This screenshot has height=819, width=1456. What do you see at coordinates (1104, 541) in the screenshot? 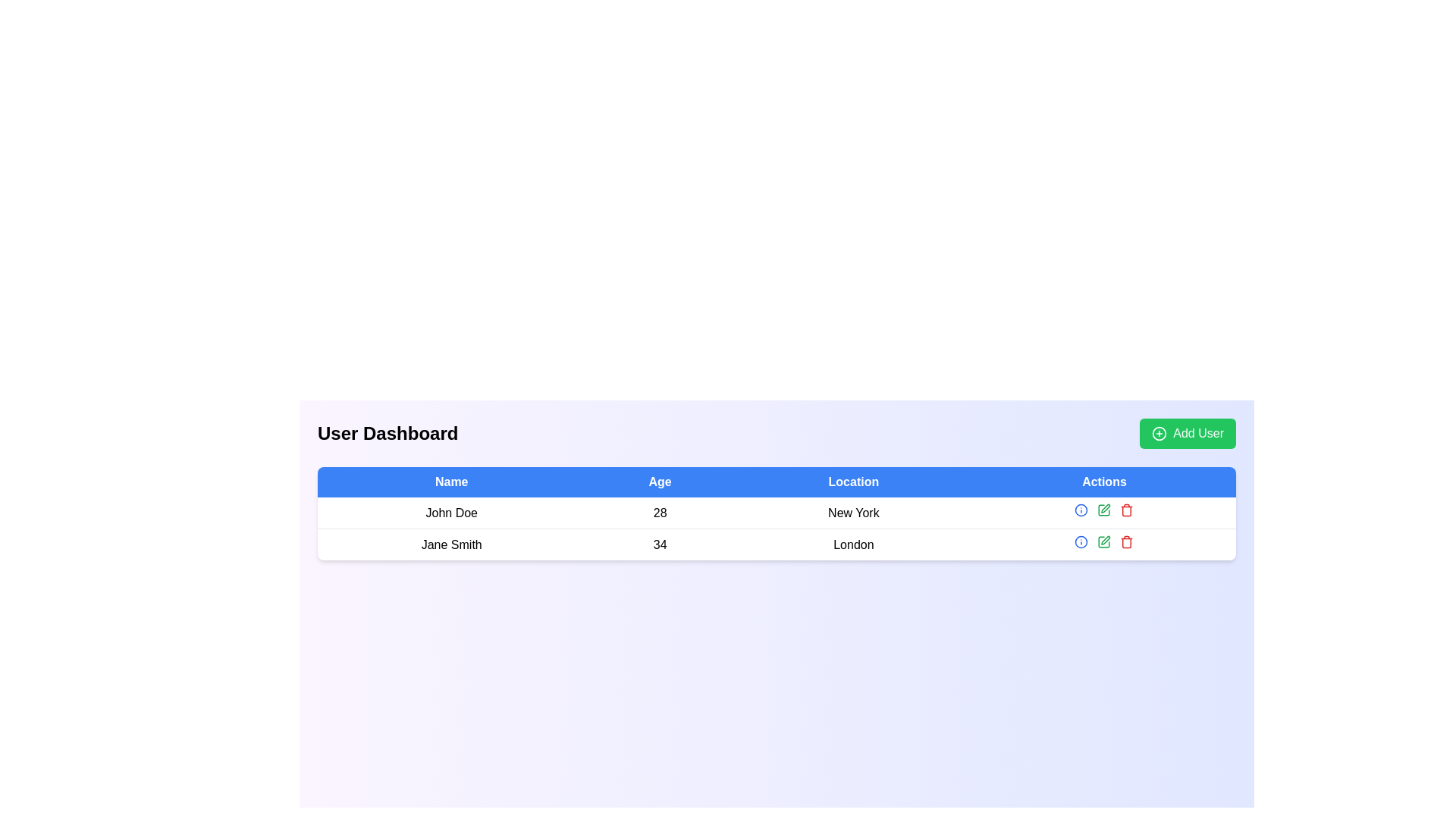
I see `the 'Edit' icon, which features a pen symbol and contains a line segment representing an edge, located in the 'Actions' column of the second row of the table` at bounding box center [1104, 541].